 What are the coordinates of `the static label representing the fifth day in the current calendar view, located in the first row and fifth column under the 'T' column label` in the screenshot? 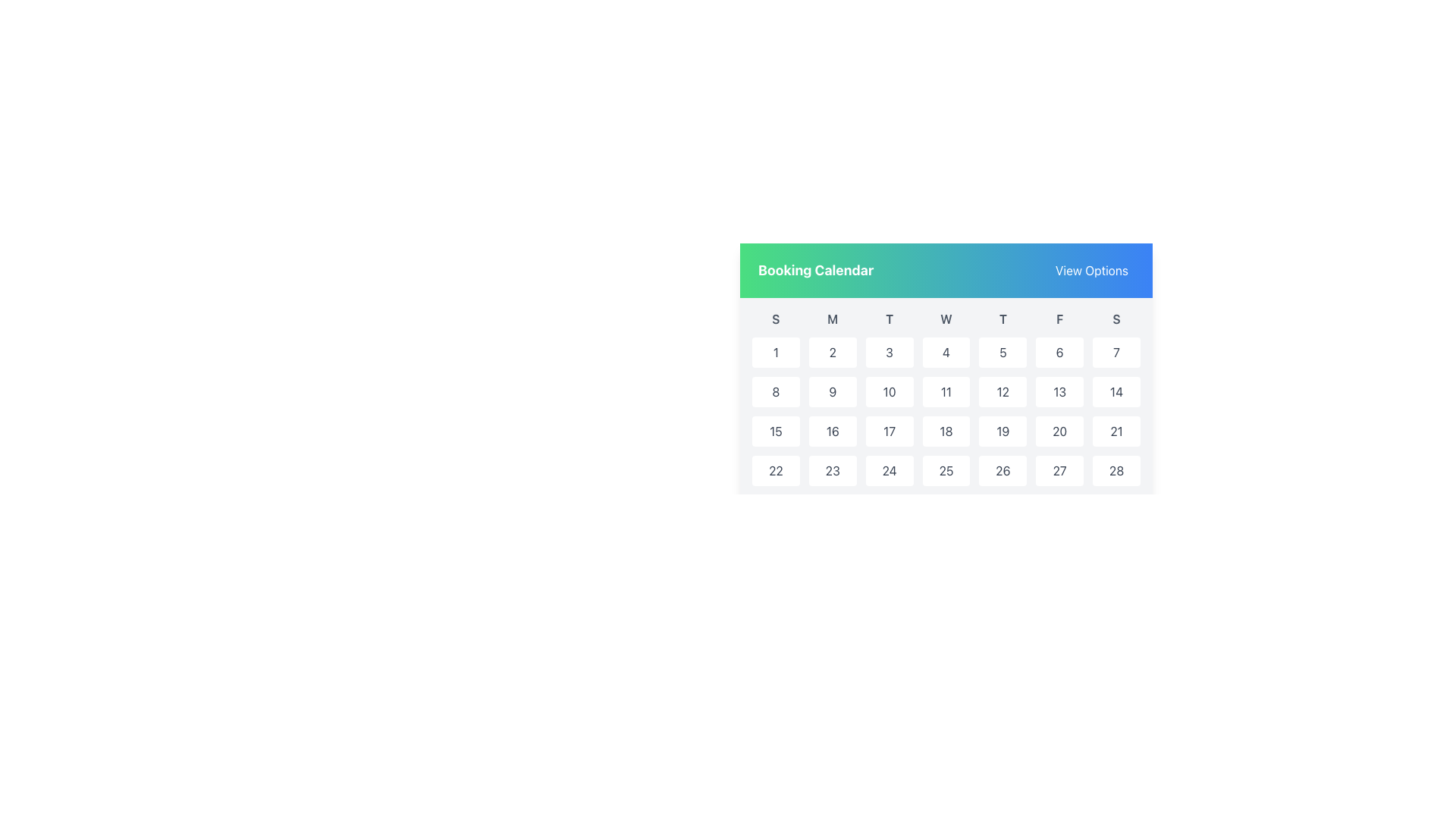 It's located at (1003, 353).